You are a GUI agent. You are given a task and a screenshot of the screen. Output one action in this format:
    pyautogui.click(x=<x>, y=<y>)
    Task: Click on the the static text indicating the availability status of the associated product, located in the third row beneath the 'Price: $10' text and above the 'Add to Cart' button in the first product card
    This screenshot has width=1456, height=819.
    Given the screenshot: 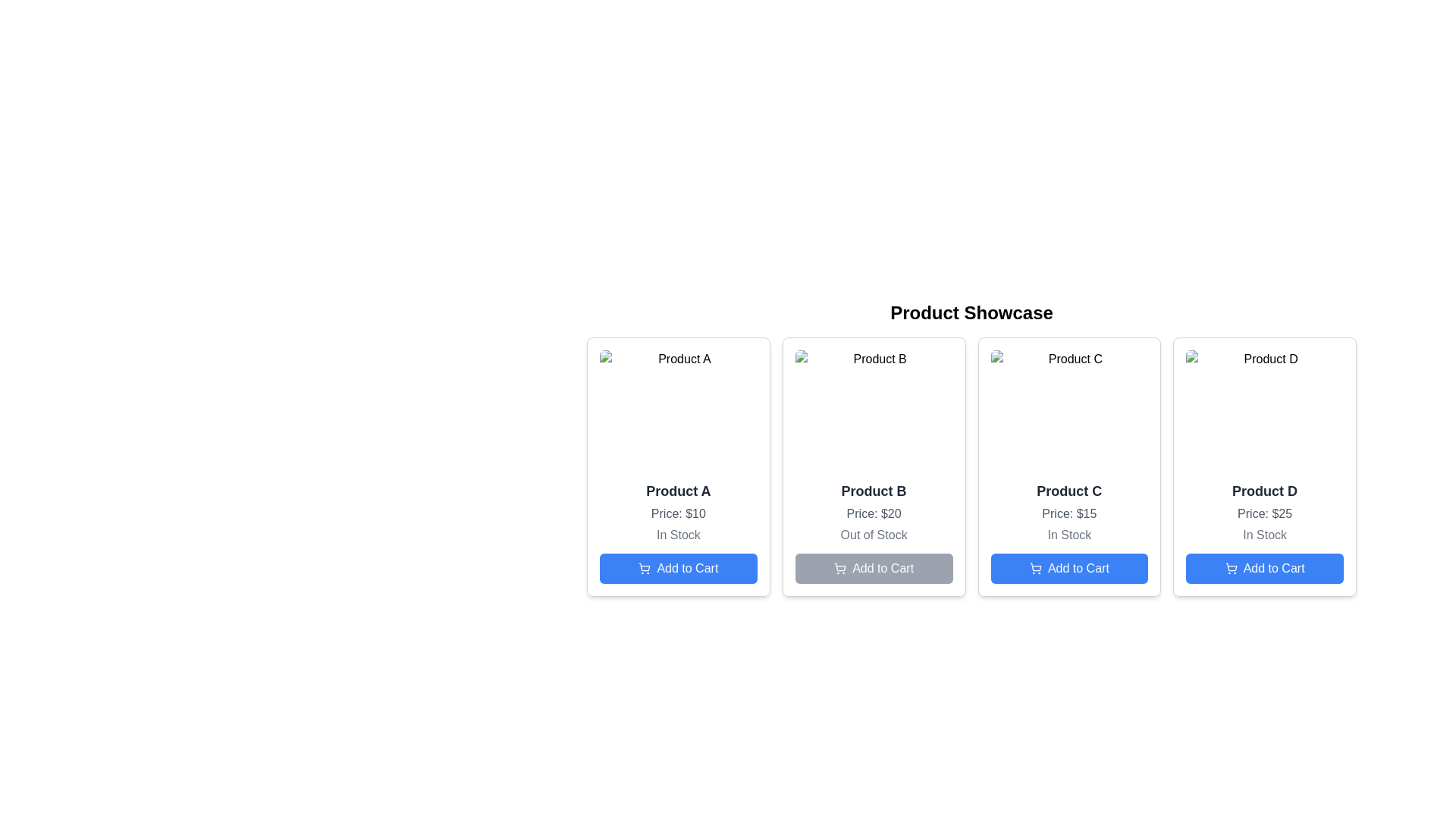 What is the action you would take?
    pyautogui.click(x=677, y=534)
    